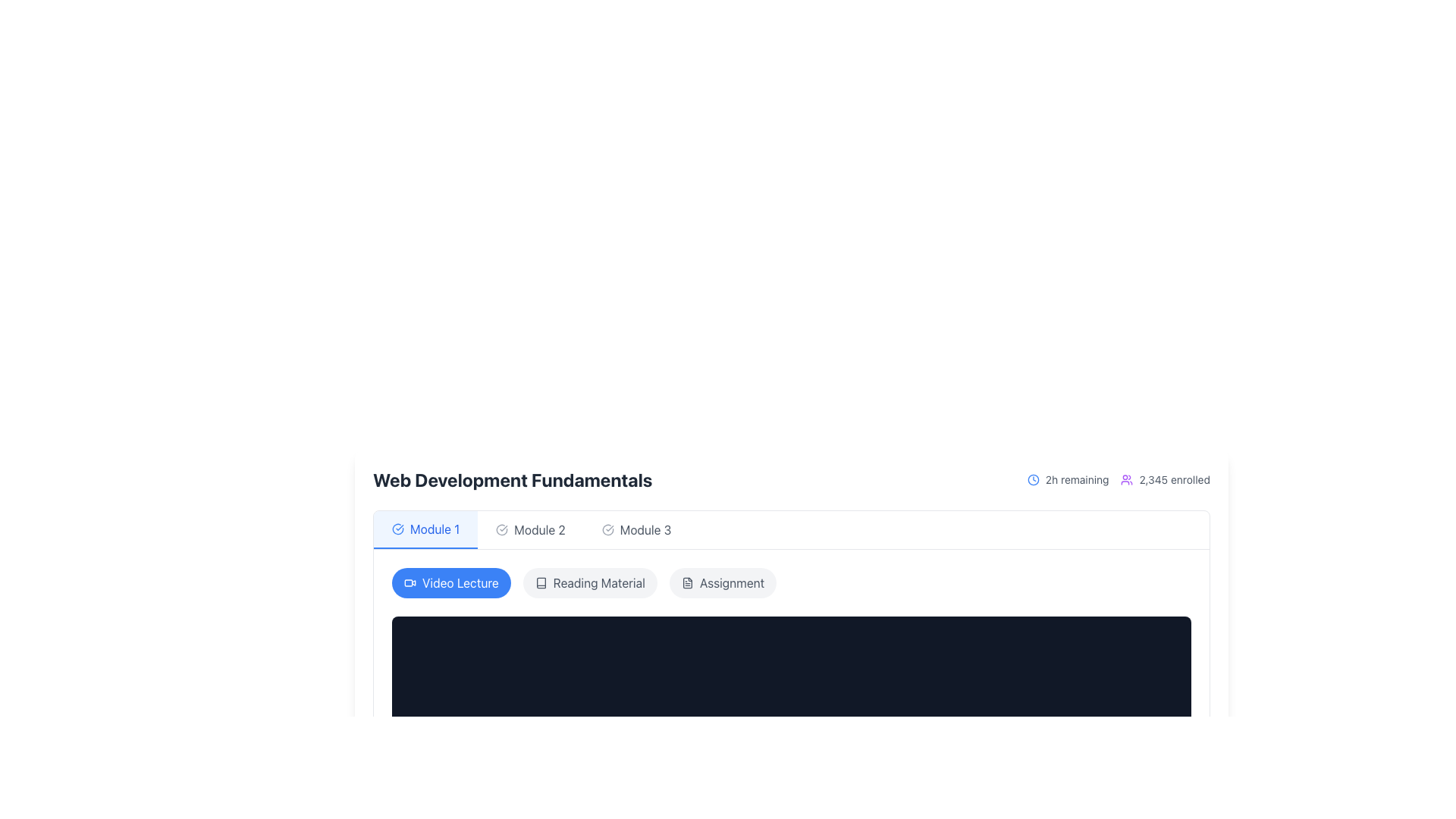 This screenshot has width=1456, height=819. I want to click on displayed information on the Information display unit located to the right of the 'Web Development Fundamentals' title, which shows '2h remaining' and '2,345 enrolled' with respective icons, so click(1119, 479).